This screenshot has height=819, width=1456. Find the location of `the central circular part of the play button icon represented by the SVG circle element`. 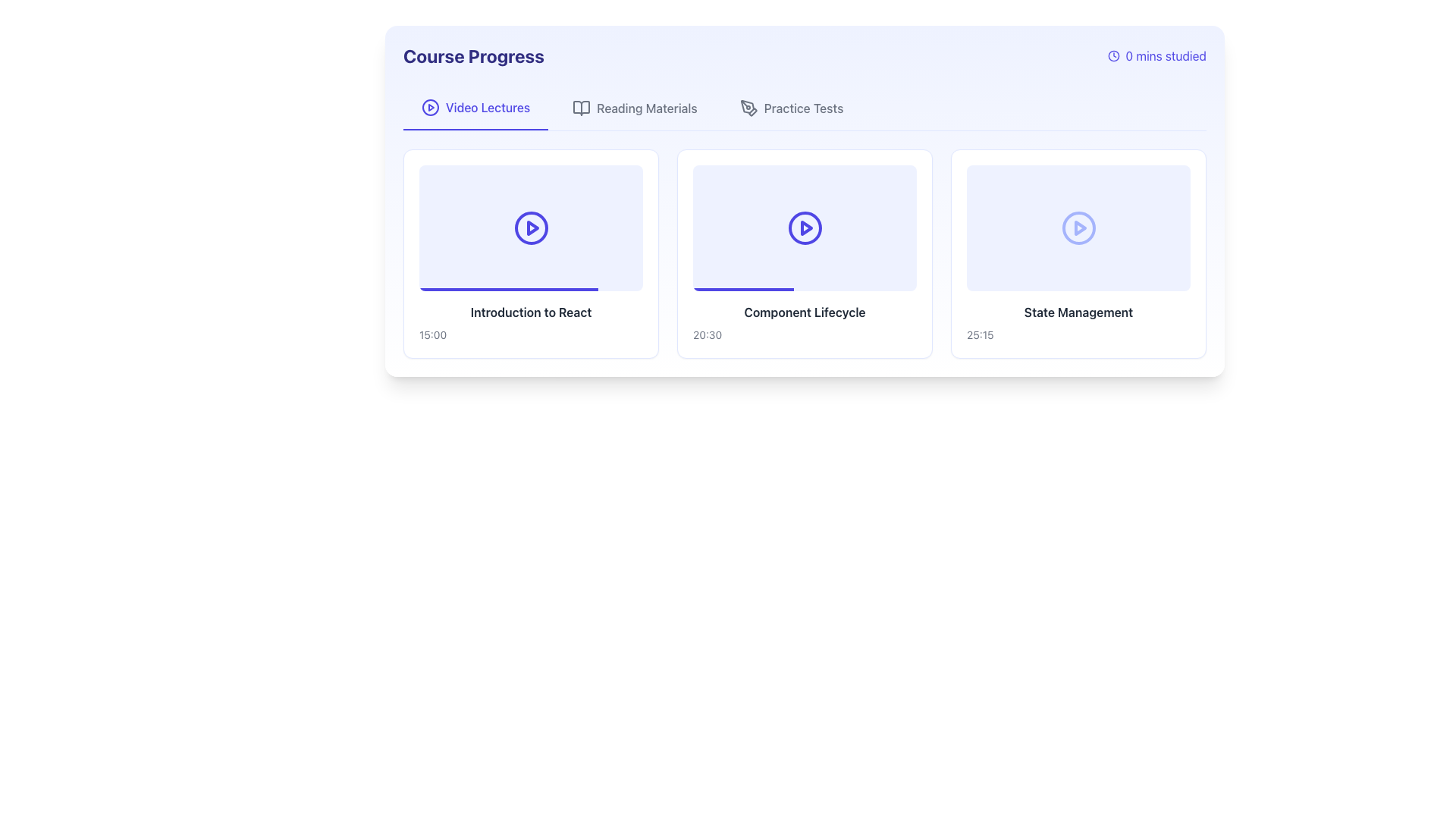

the central circular part of the play button icon represented by the SVG circle element is located at coordinates (429, 107).